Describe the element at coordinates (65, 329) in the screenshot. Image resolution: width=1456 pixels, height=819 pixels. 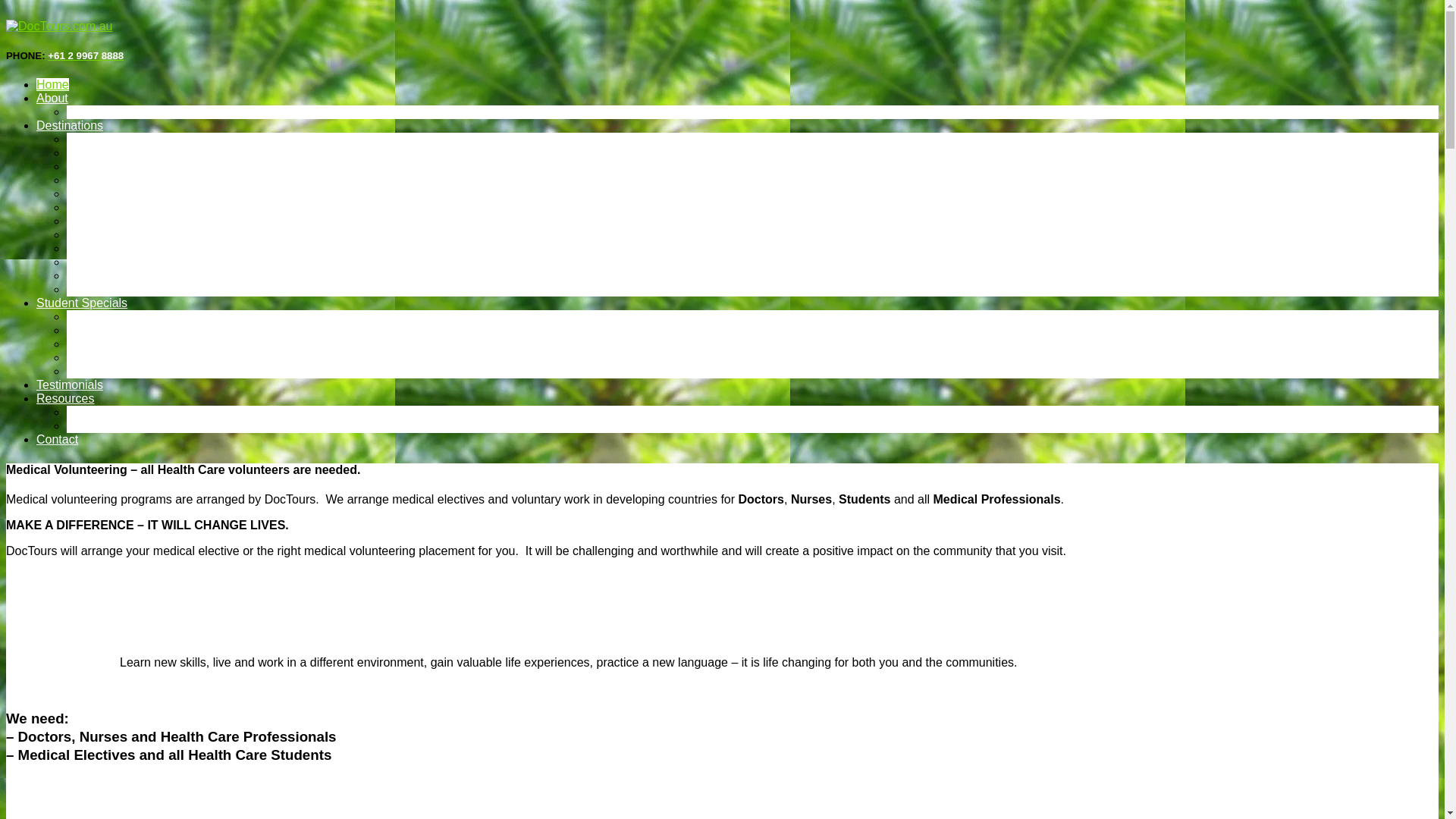
I see `'Nepal for students'` at that location.